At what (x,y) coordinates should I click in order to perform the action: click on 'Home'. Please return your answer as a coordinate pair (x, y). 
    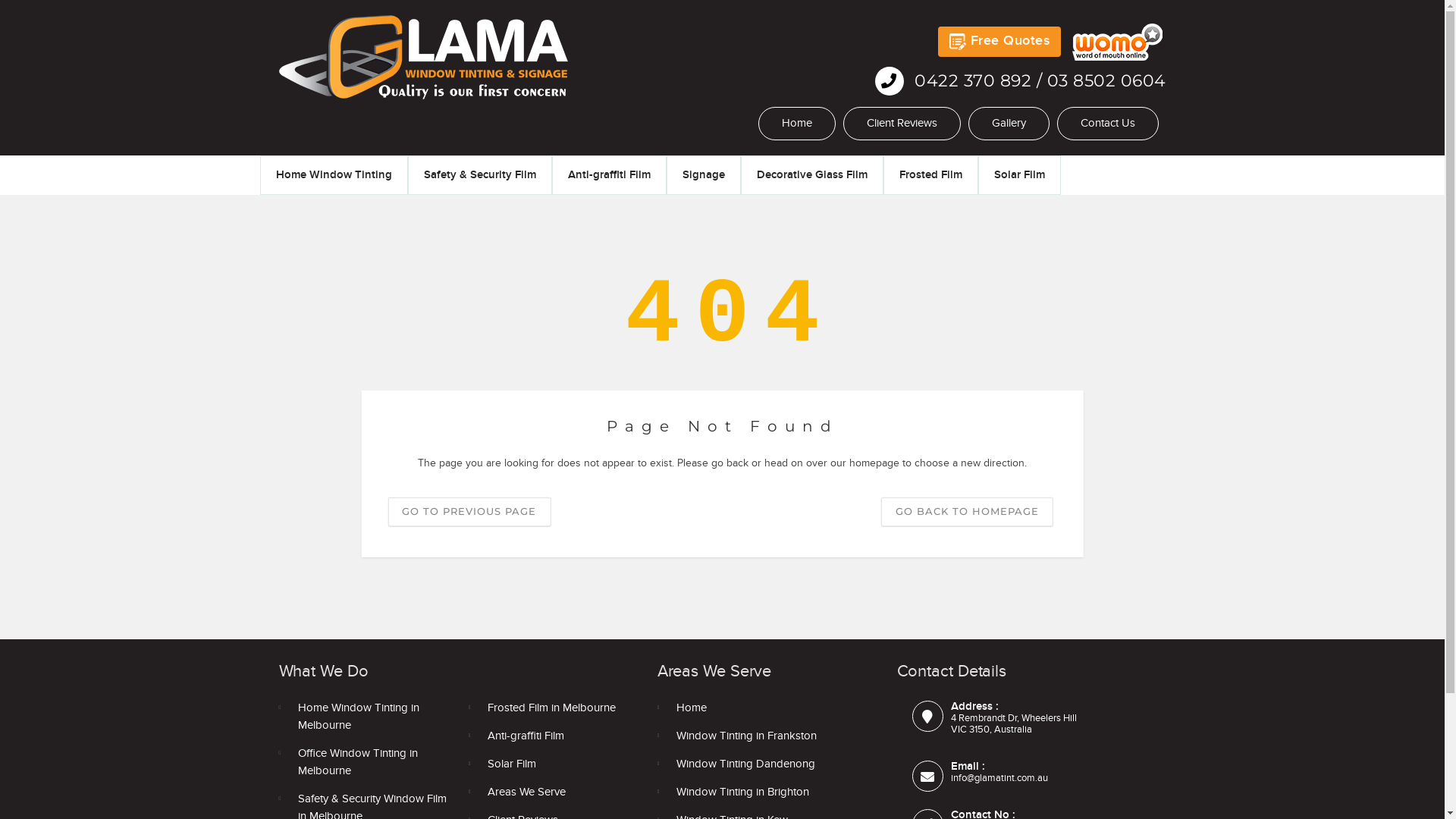
    Looking at the image, I should click on (796, 122).